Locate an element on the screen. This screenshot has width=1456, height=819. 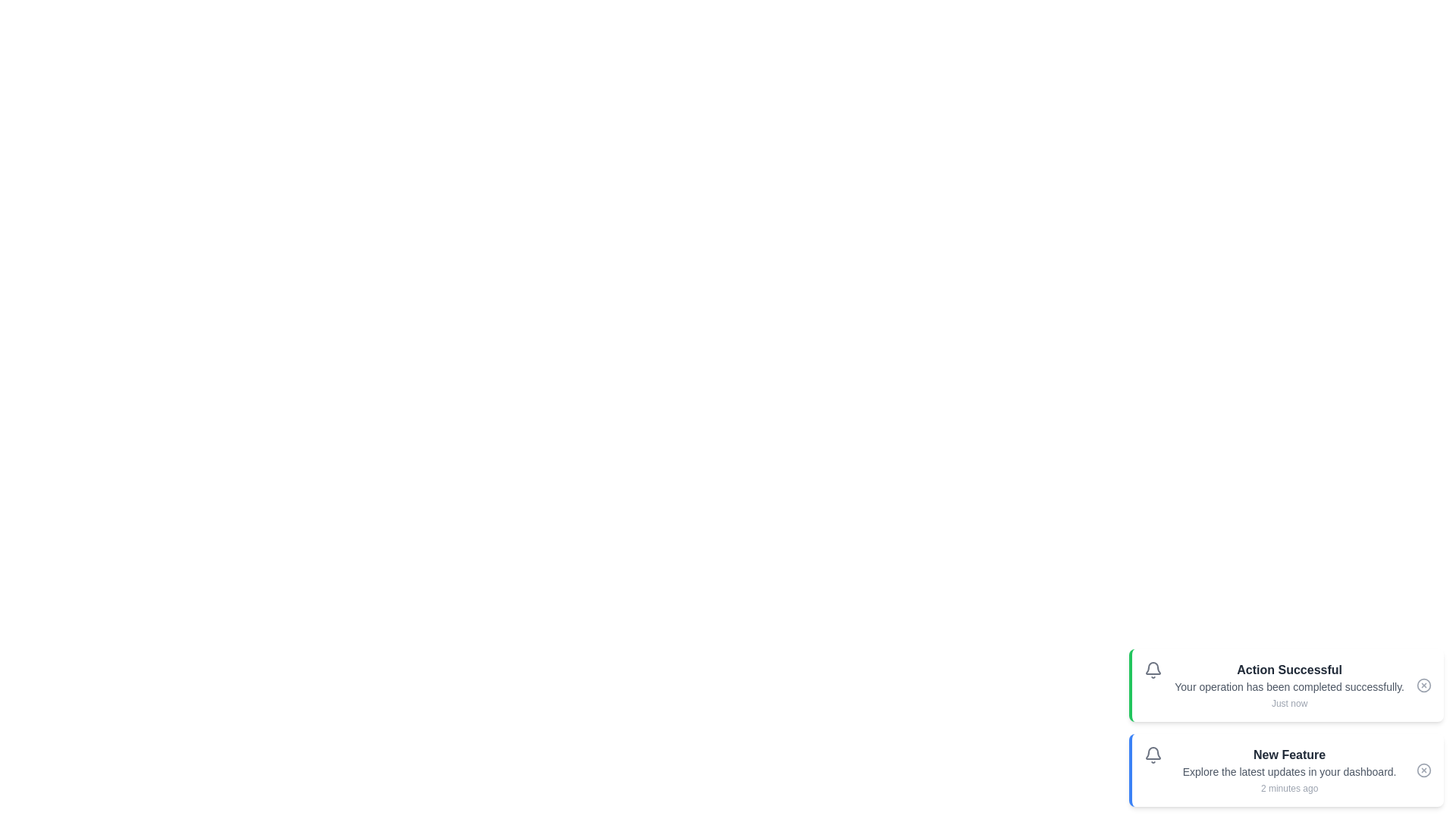
the gray circular button with an 'x' symbol, located on the right edge of the second notification item at the bottom of the interface is located at coordinates (1423, 770).